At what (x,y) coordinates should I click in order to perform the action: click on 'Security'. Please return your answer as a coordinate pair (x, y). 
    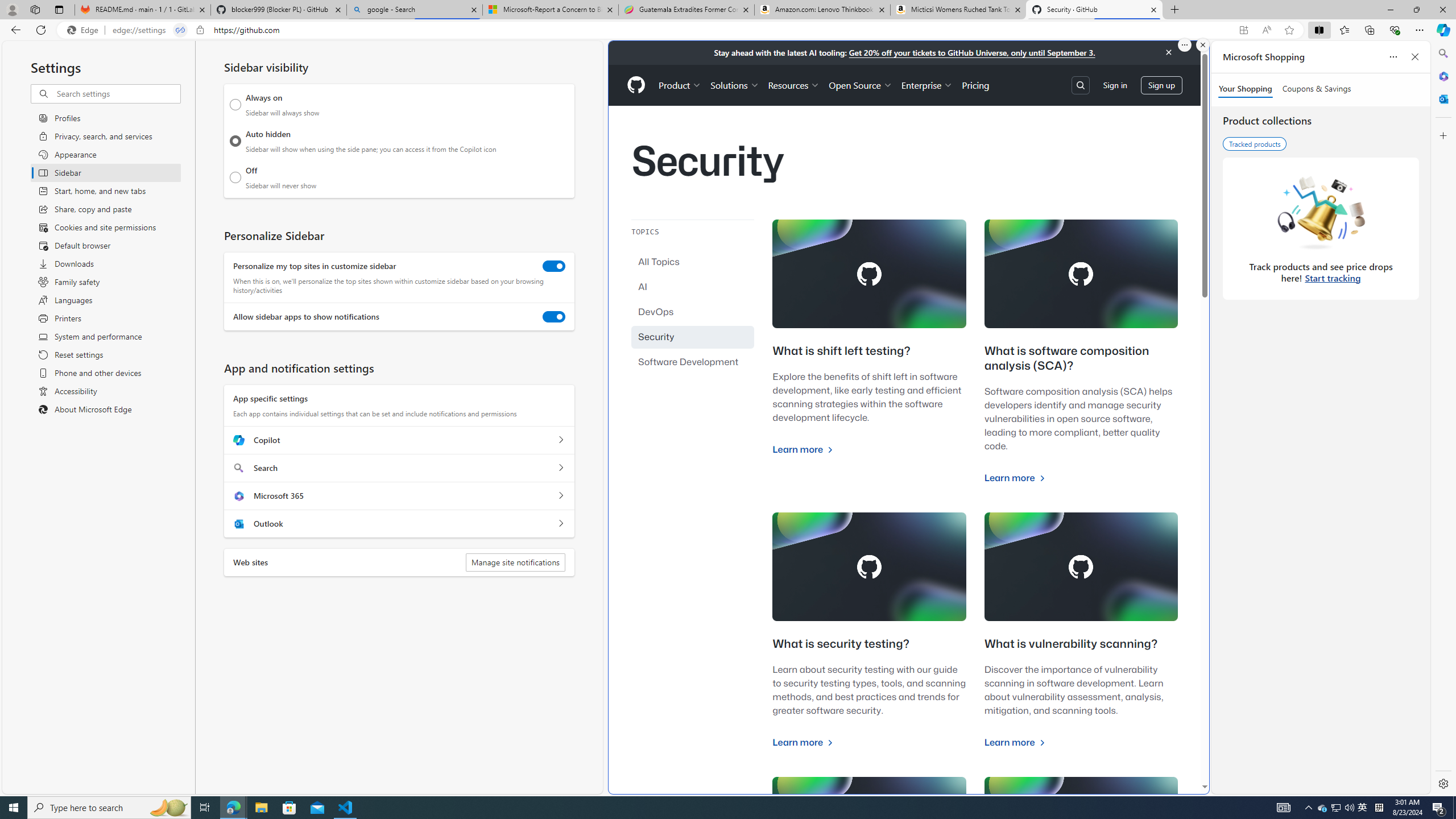
    Looking at the image, I should click on (693, 336).